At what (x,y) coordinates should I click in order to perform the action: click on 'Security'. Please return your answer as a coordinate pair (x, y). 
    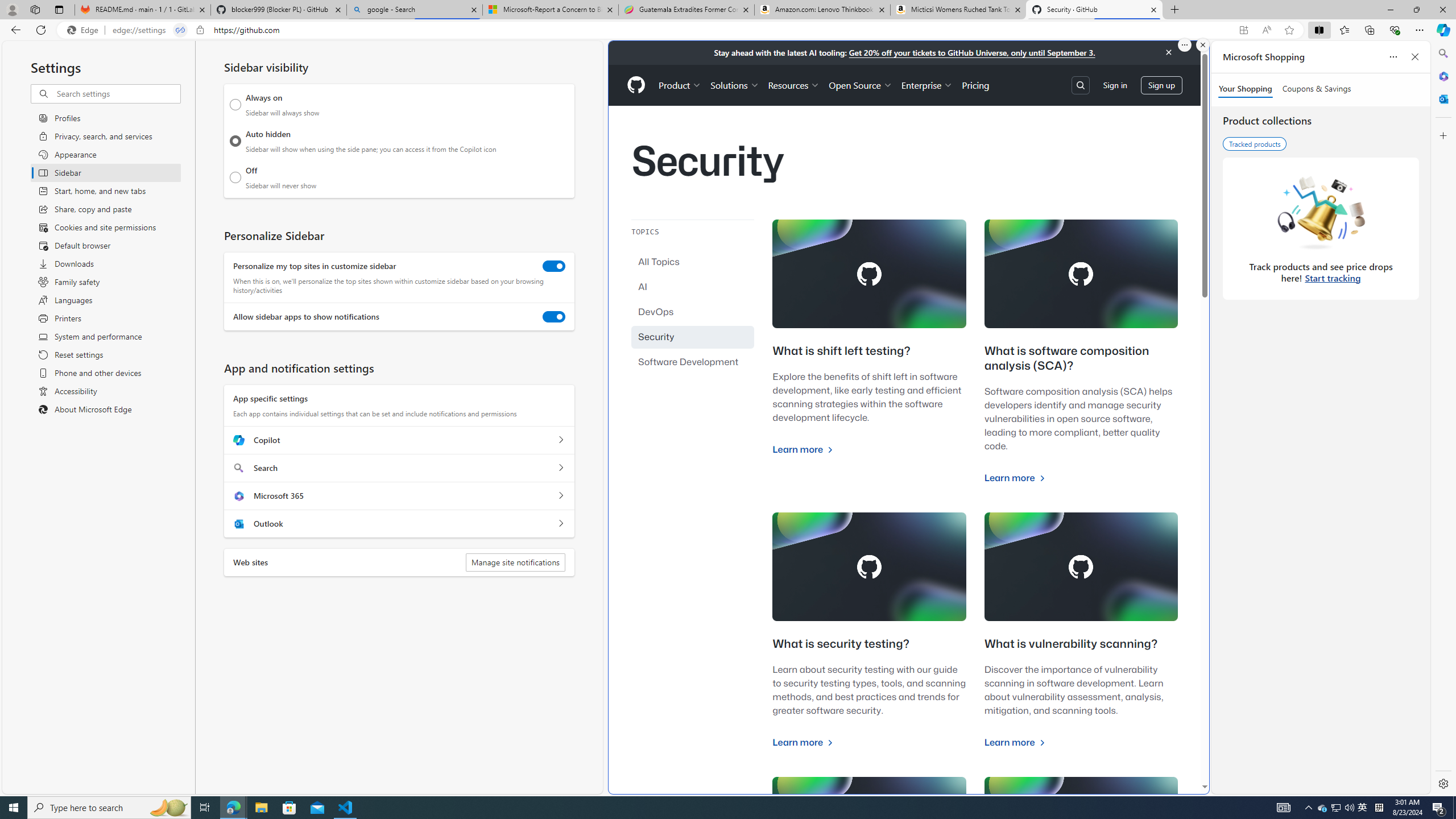
    Looking at the image, I should click on (693, 336).